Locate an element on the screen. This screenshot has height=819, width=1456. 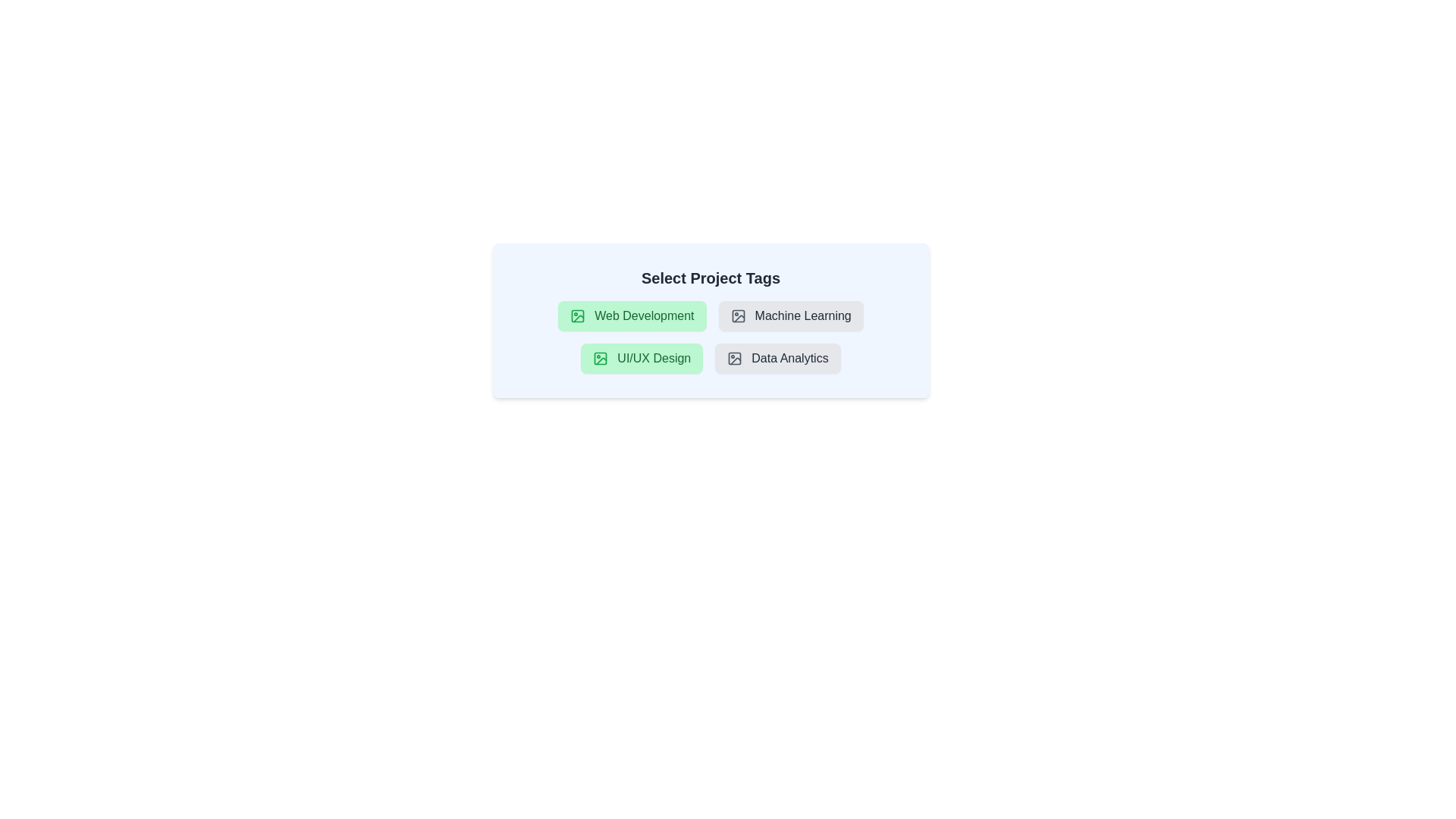
the tag labeled 'Data Analytics' to observe the hover effect is located at coordinates (778, 359).